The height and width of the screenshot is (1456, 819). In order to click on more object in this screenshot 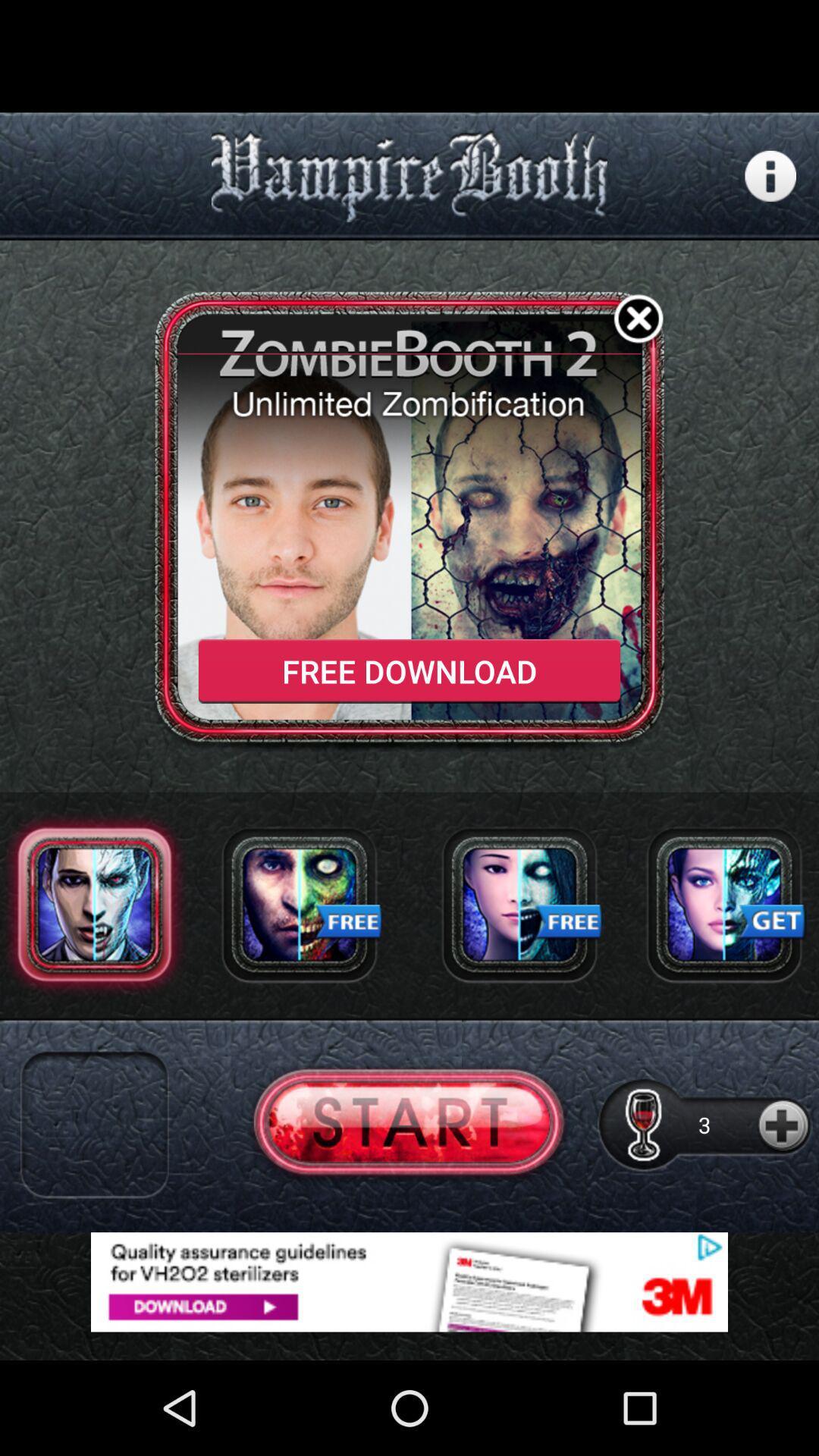, I will do `click(784, 1125)`.